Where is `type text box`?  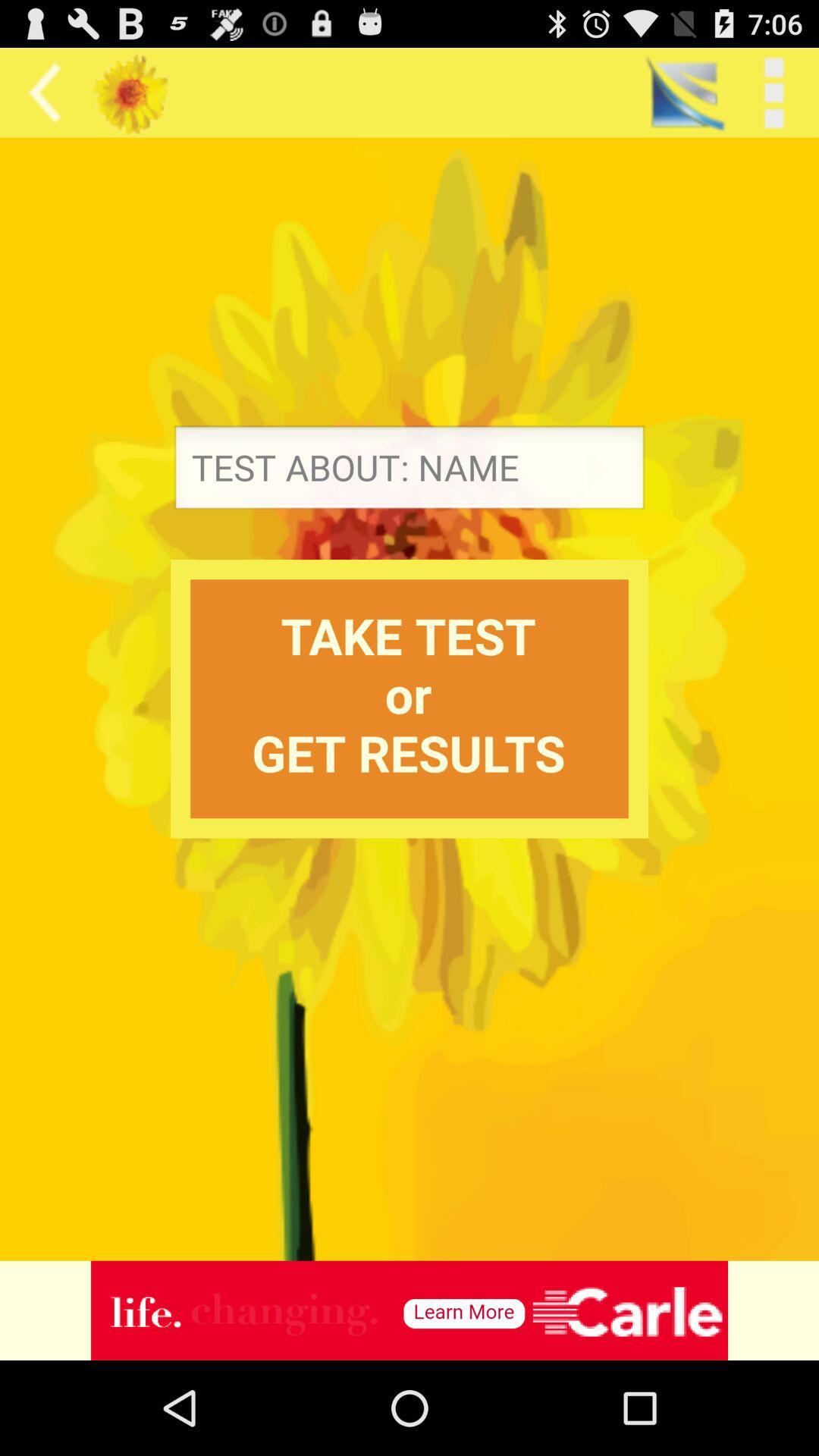 type text box is located at coordinates (409, 471).